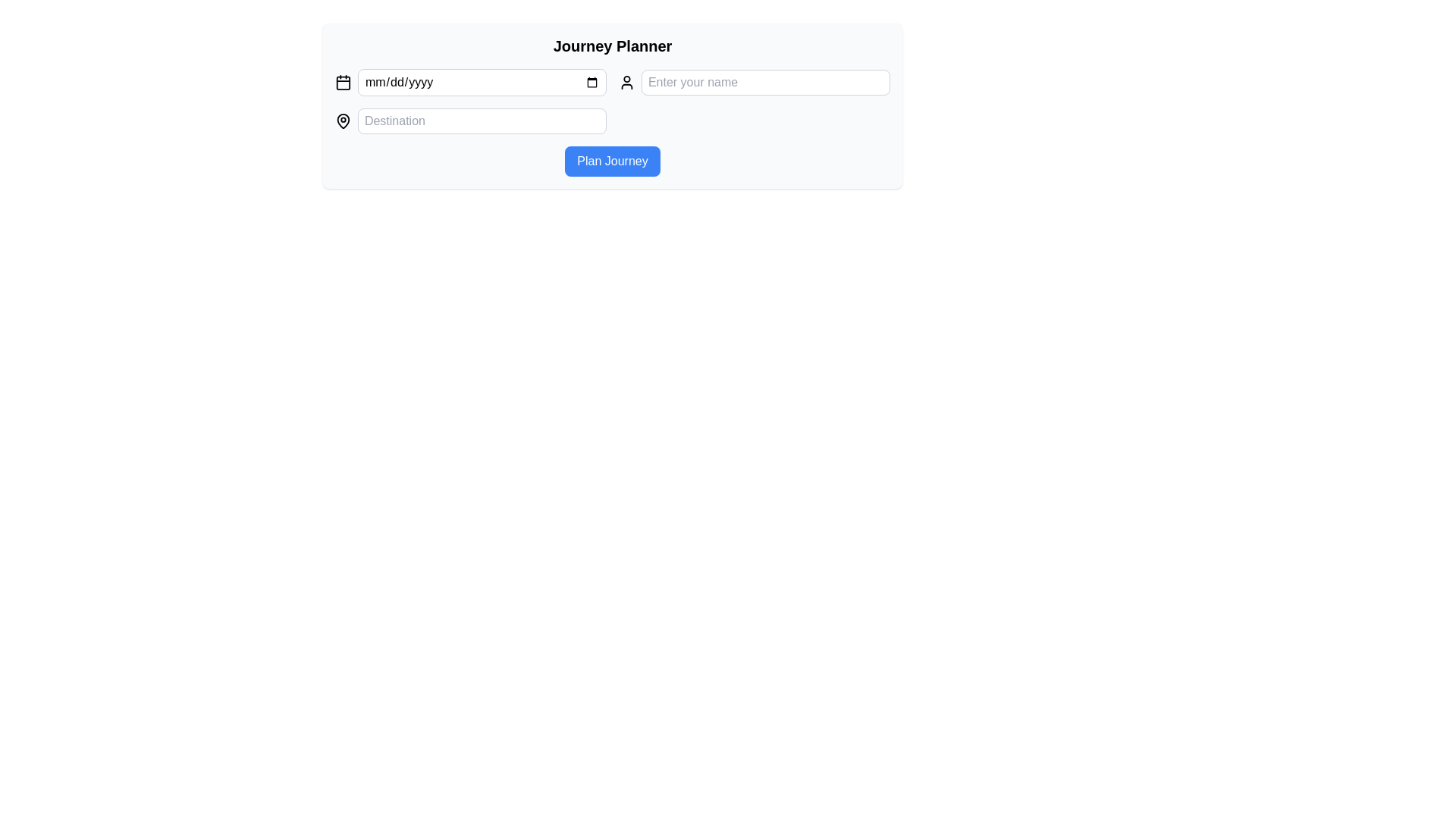 Image resolution: width=1456 pixels, height=819 pixels. I want to click on the map pin icon that indicates the location input field labeled 'Destination', so click(342, 120).